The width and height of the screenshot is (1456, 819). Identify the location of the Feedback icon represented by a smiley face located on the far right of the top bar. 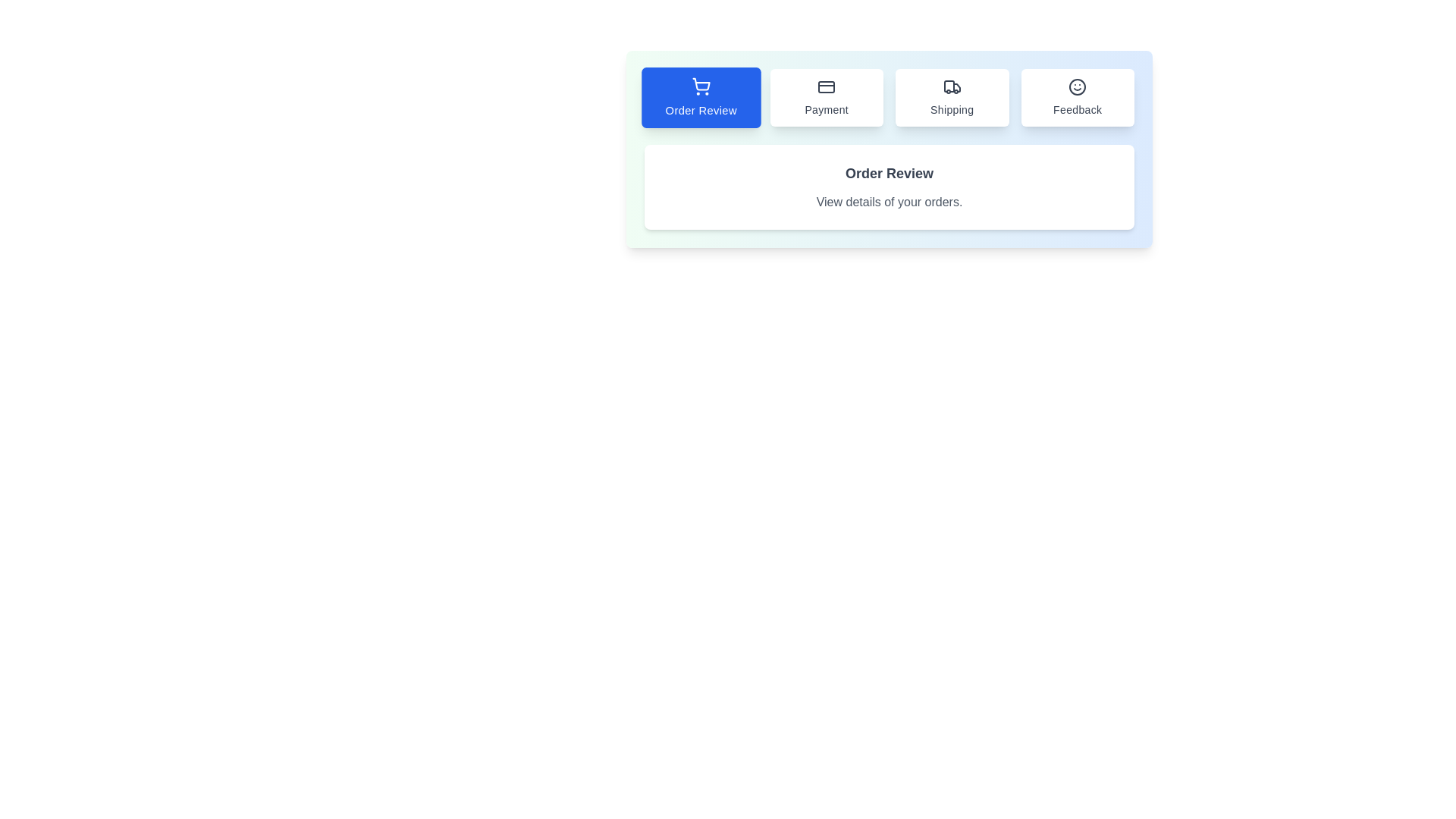
(1077, 87).